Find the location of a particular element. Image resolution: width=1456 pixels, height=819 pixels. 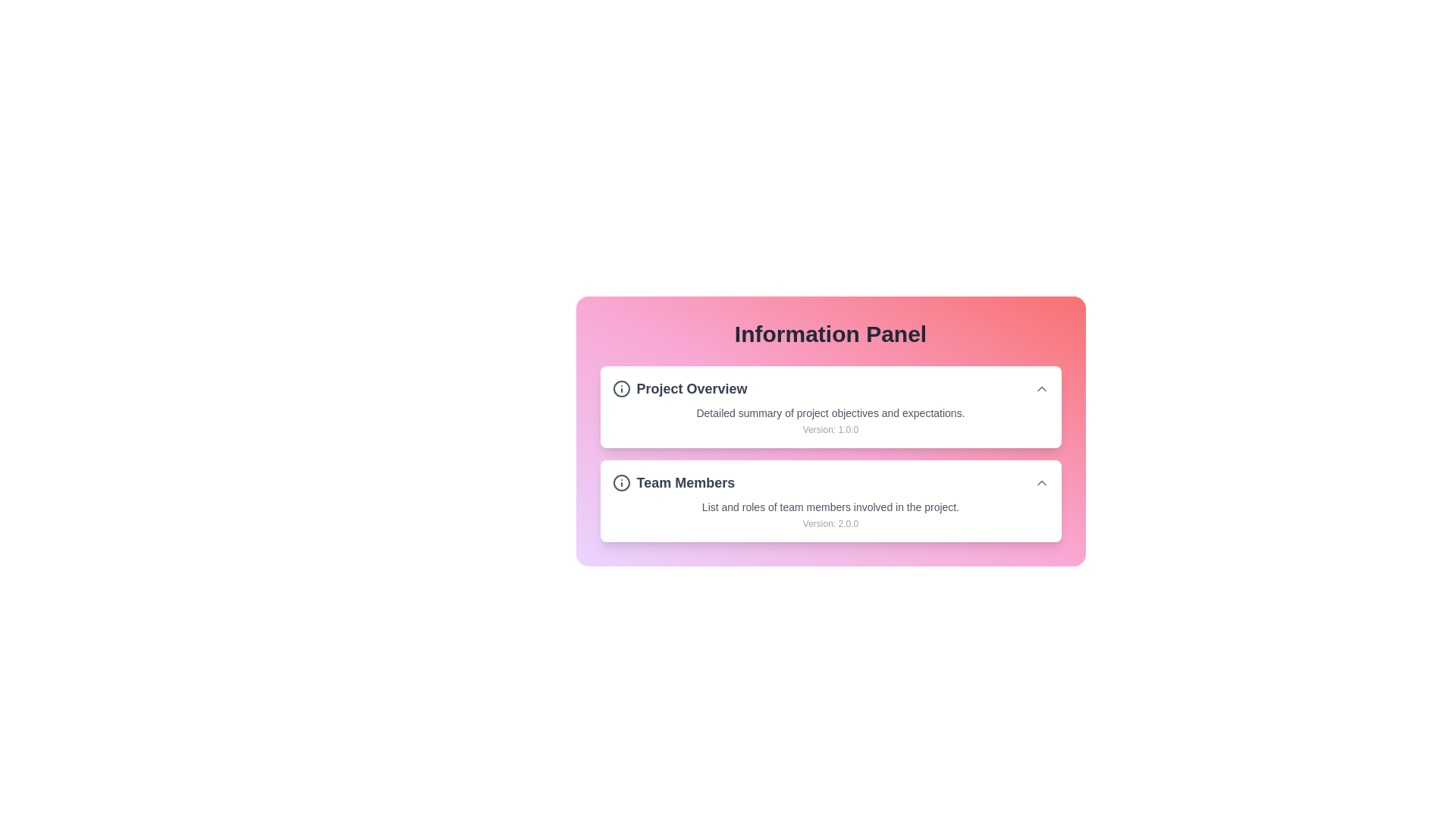

information presented in the text block located in the 'Team Members' section, which describes the roles of team members and the version of the project is located at coordinates (830, 513).